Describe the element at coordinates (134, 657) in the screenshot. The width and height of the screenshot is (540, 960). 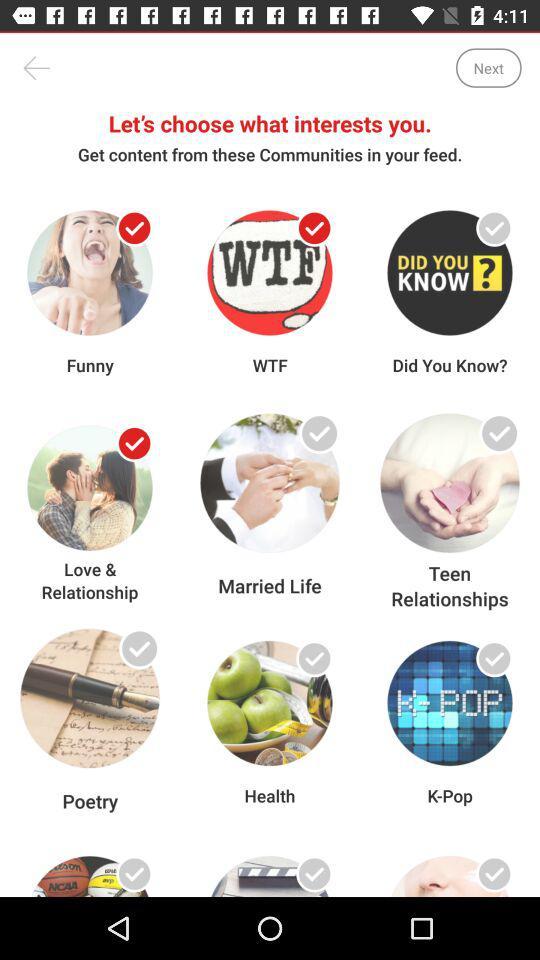
I see `selection check box` at that location.